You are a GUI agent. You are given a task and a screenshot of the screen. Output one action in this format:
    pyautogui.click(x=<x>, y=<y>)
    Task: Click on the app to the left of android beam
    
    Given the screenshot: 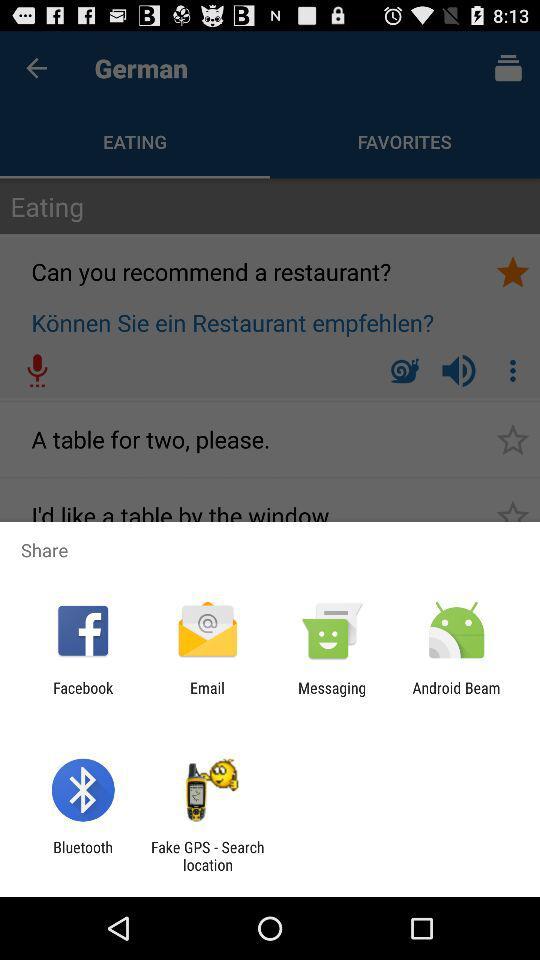 What is the action you would take?
    pyautogui.click(x=332, y=696)
    